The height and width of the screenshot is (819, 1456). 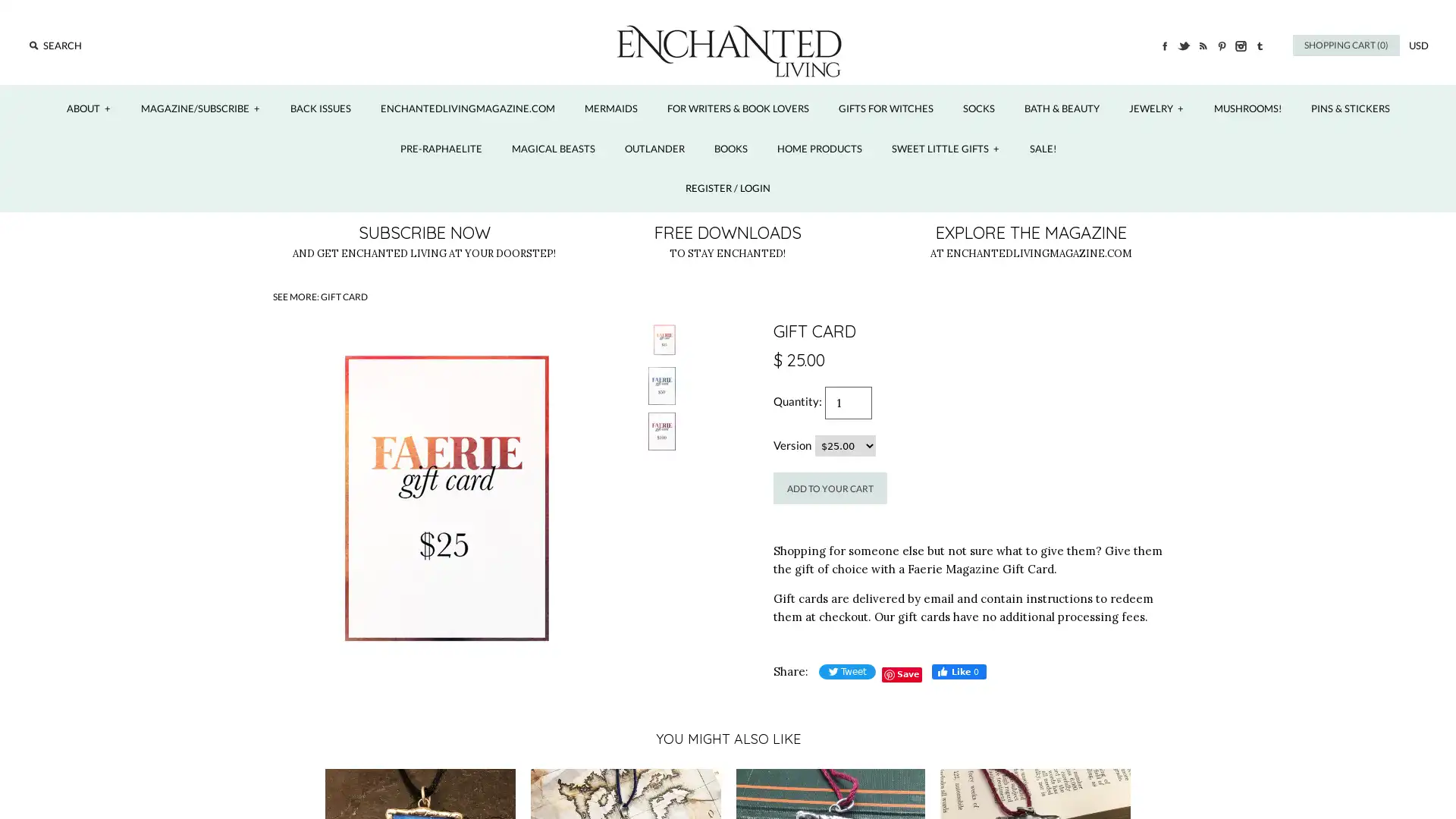 I want to click on Add to Your Cart, so click(x=829, y=488).